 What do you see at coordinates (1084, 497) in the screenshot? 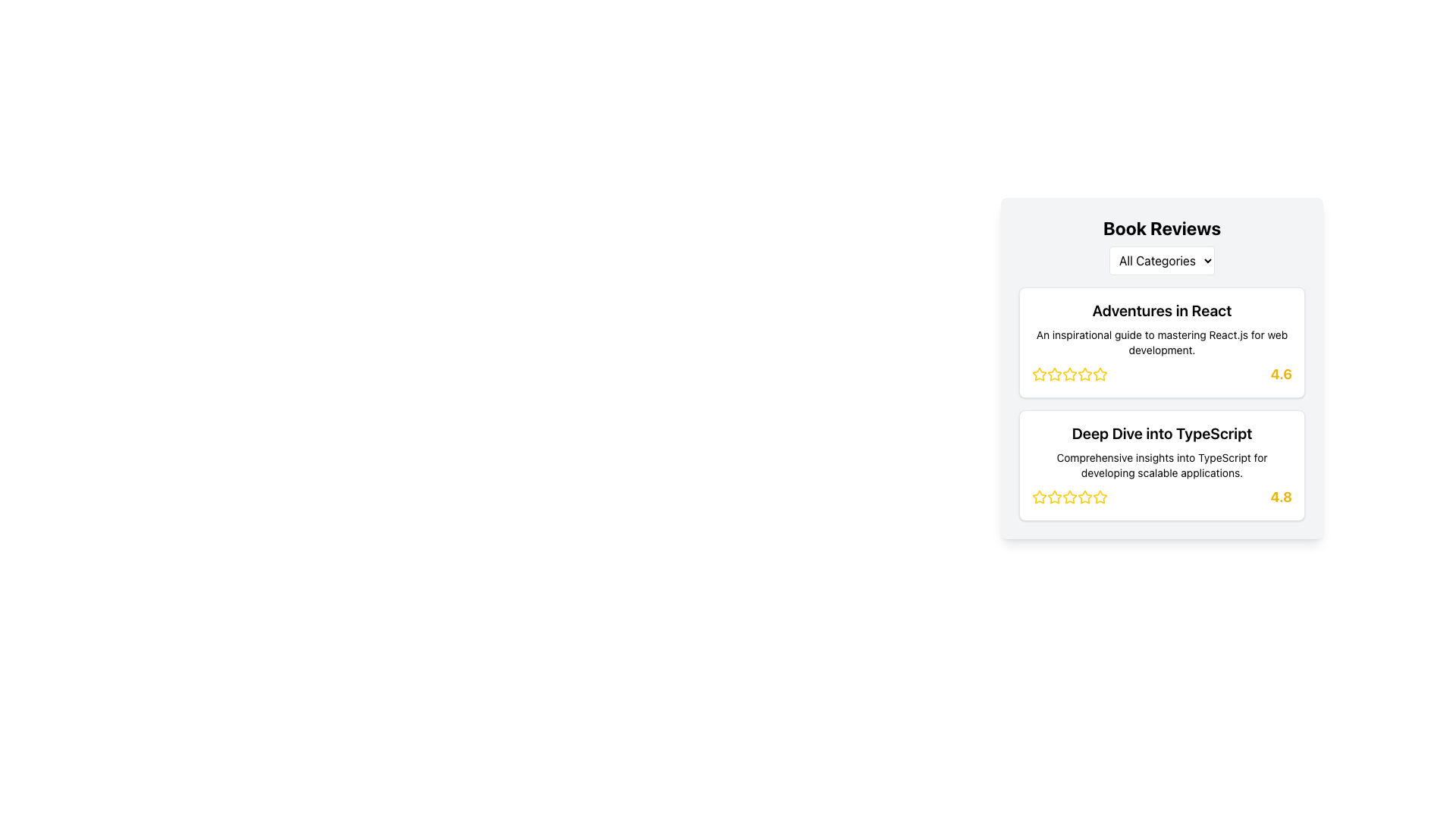
I see `the fifth star icon in the rating indicators under the title 'Deep Dive into TypeScript'` at bounding box center [1084, 497].